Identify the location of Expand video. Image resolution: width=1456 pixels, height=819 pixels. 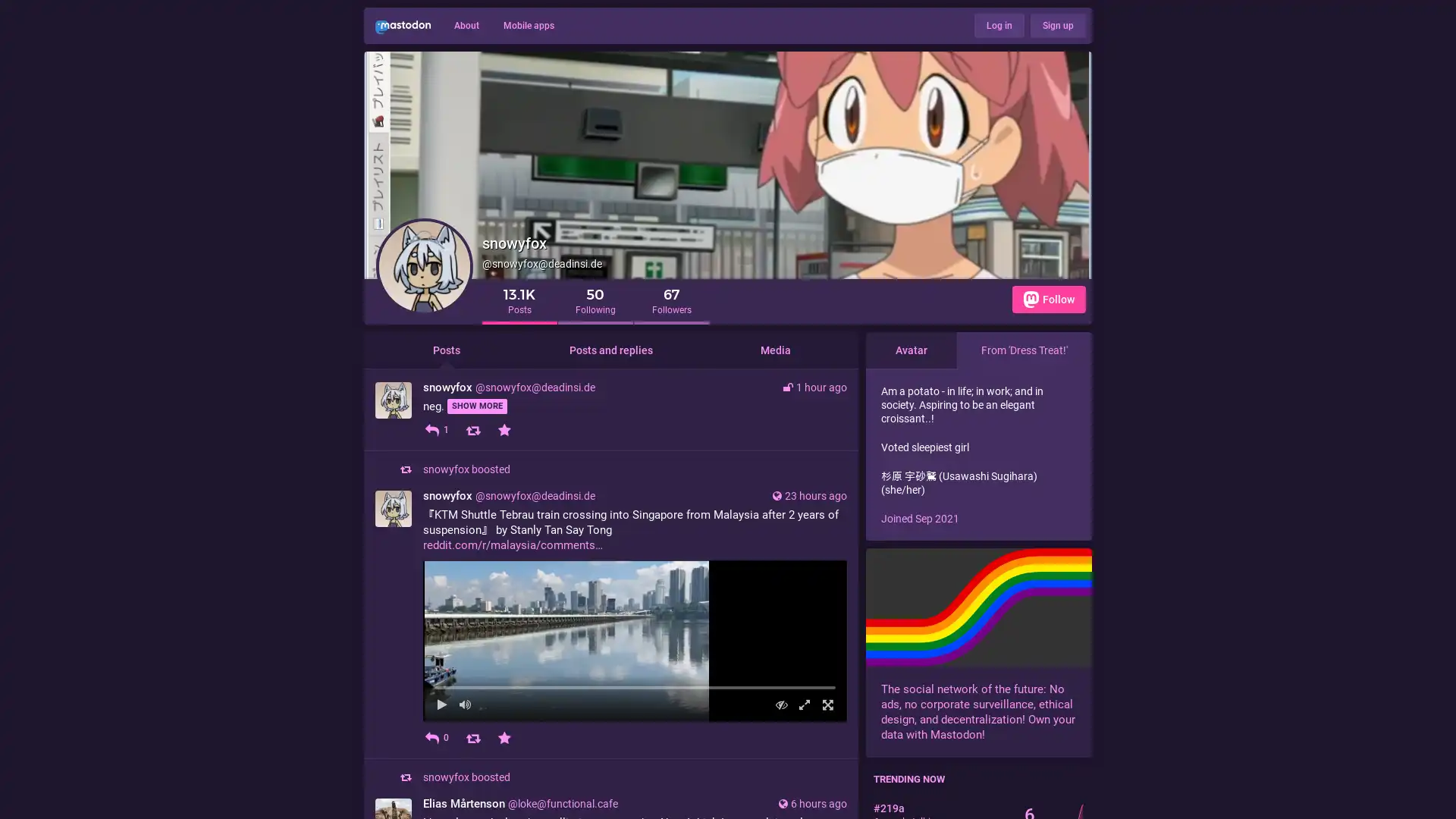
(803, 781).